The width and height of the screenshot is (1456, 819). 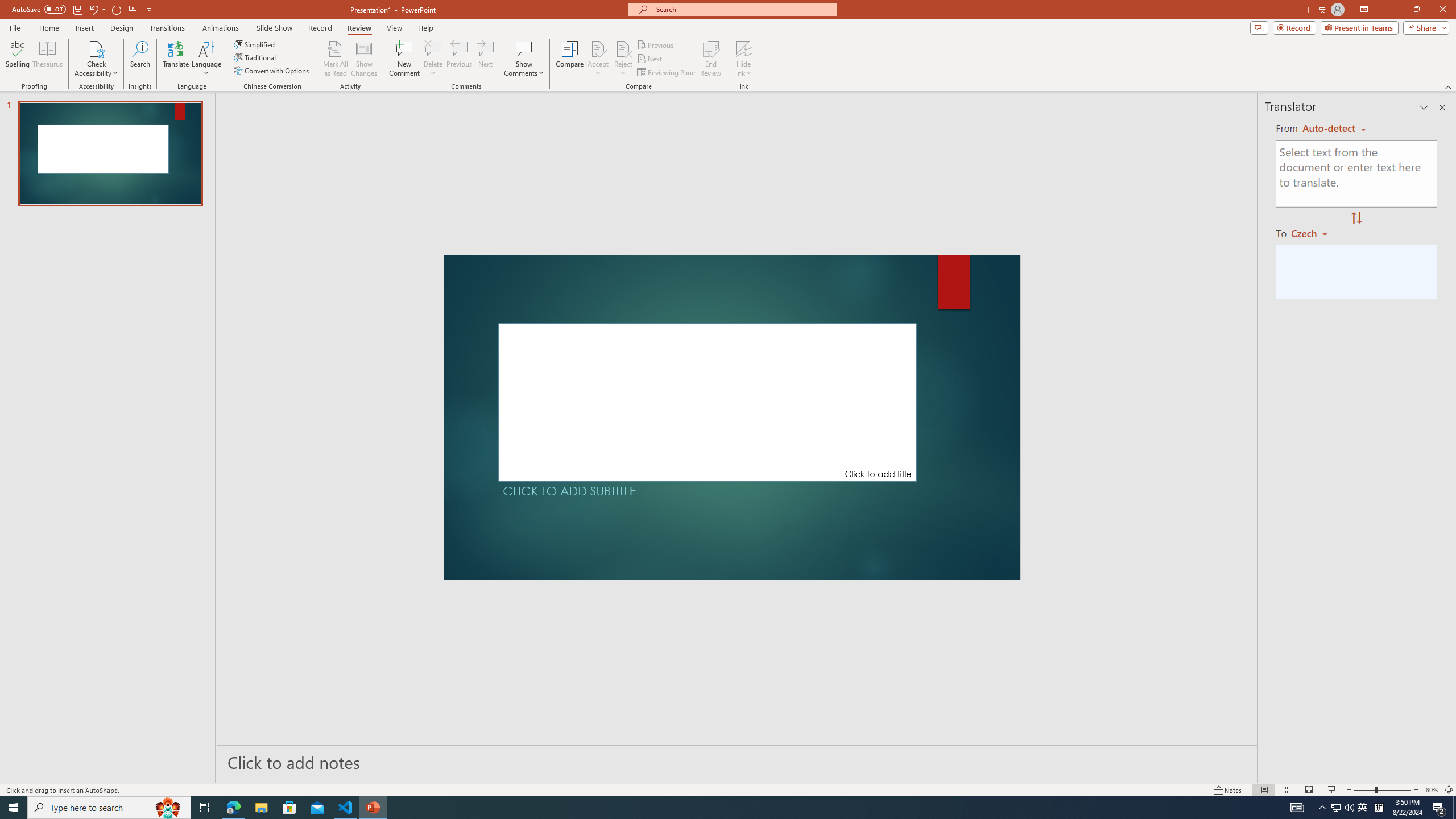 I want to click on 'Swap "from" and "to" languages.', so click(x=1356, y=218).